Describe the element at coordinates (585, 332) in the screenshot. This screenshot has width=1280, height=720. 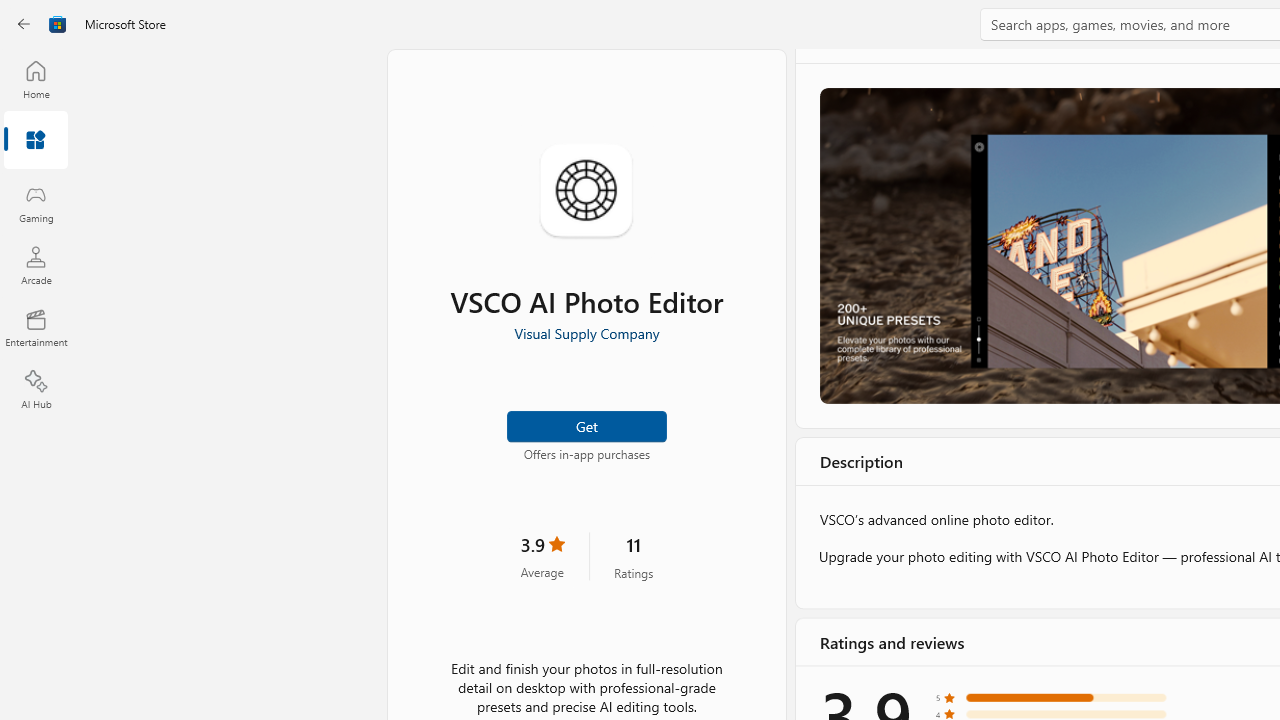
I see `'Visual Supply Company'` at that location.